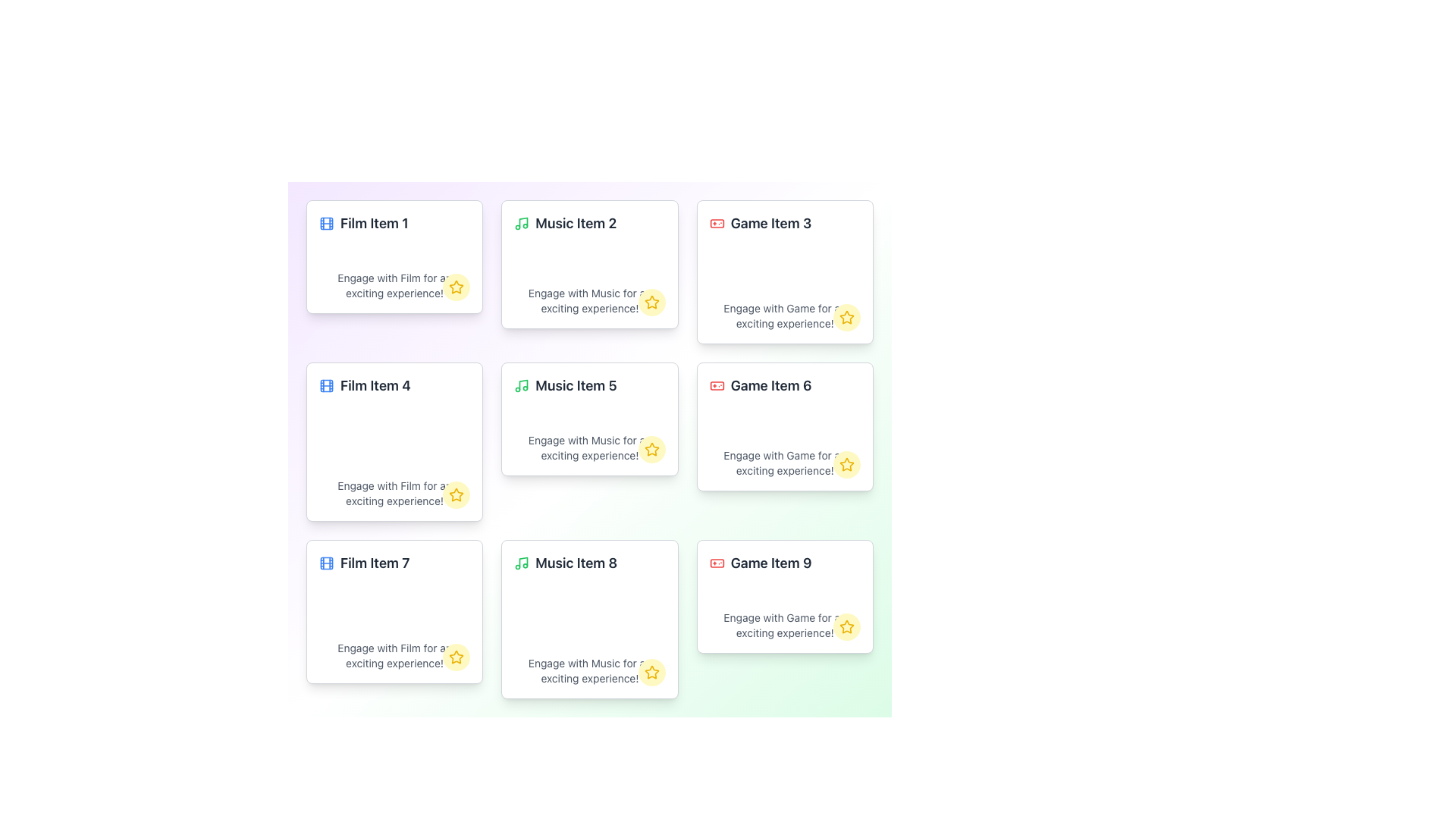 This screenshot has height=819, width=1456. What do you see at coordinates (326, 223) in the screenshot?
I see `central rectangle element of the filmstrip icon located above the text 'Film Item 1' in the top-left card of the grid layout` at bounding box center [326, 223].